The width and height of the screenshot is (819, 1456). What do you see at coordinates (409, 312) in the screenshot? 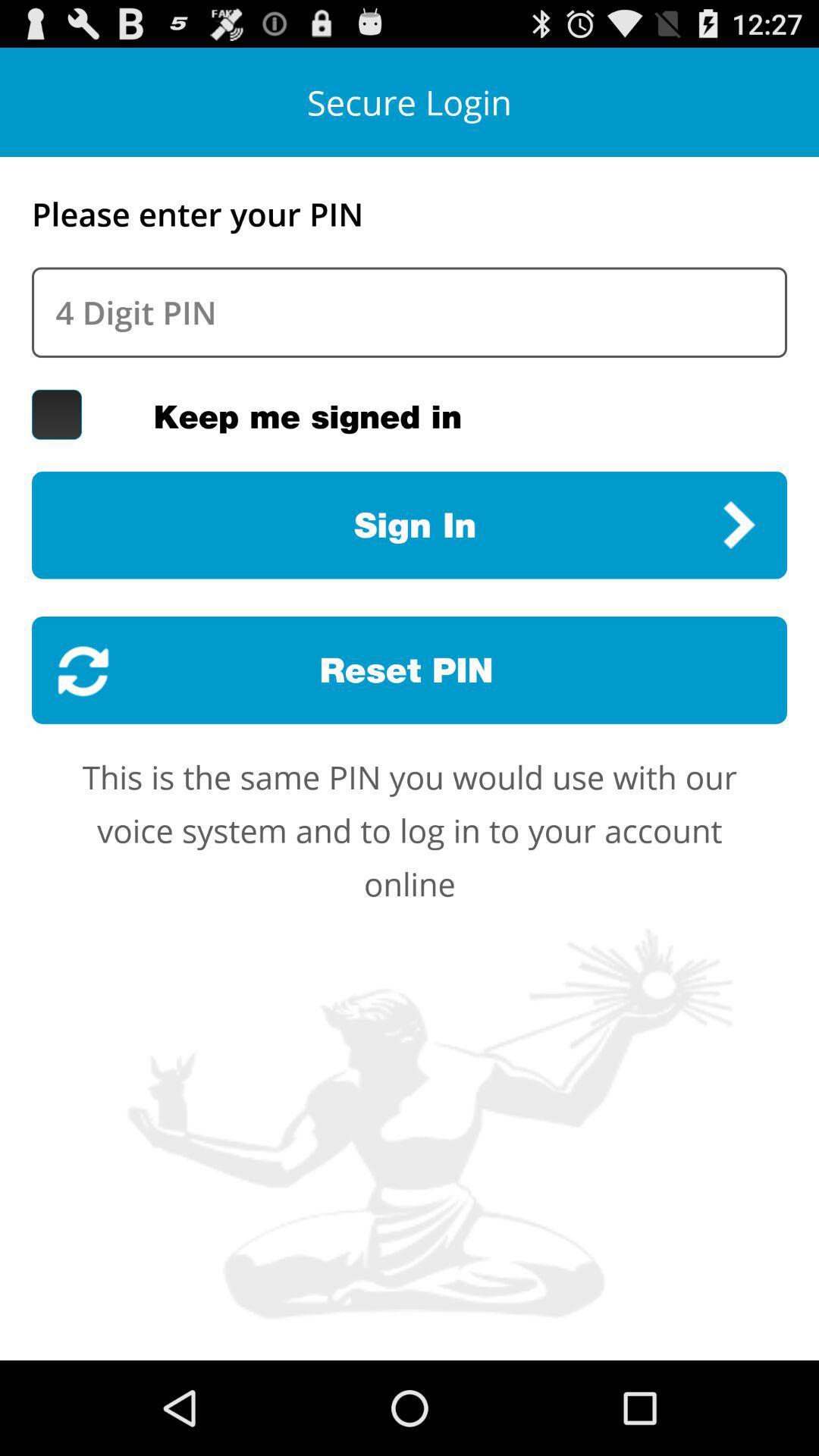
I see `information` at bounding box center [409, 312].